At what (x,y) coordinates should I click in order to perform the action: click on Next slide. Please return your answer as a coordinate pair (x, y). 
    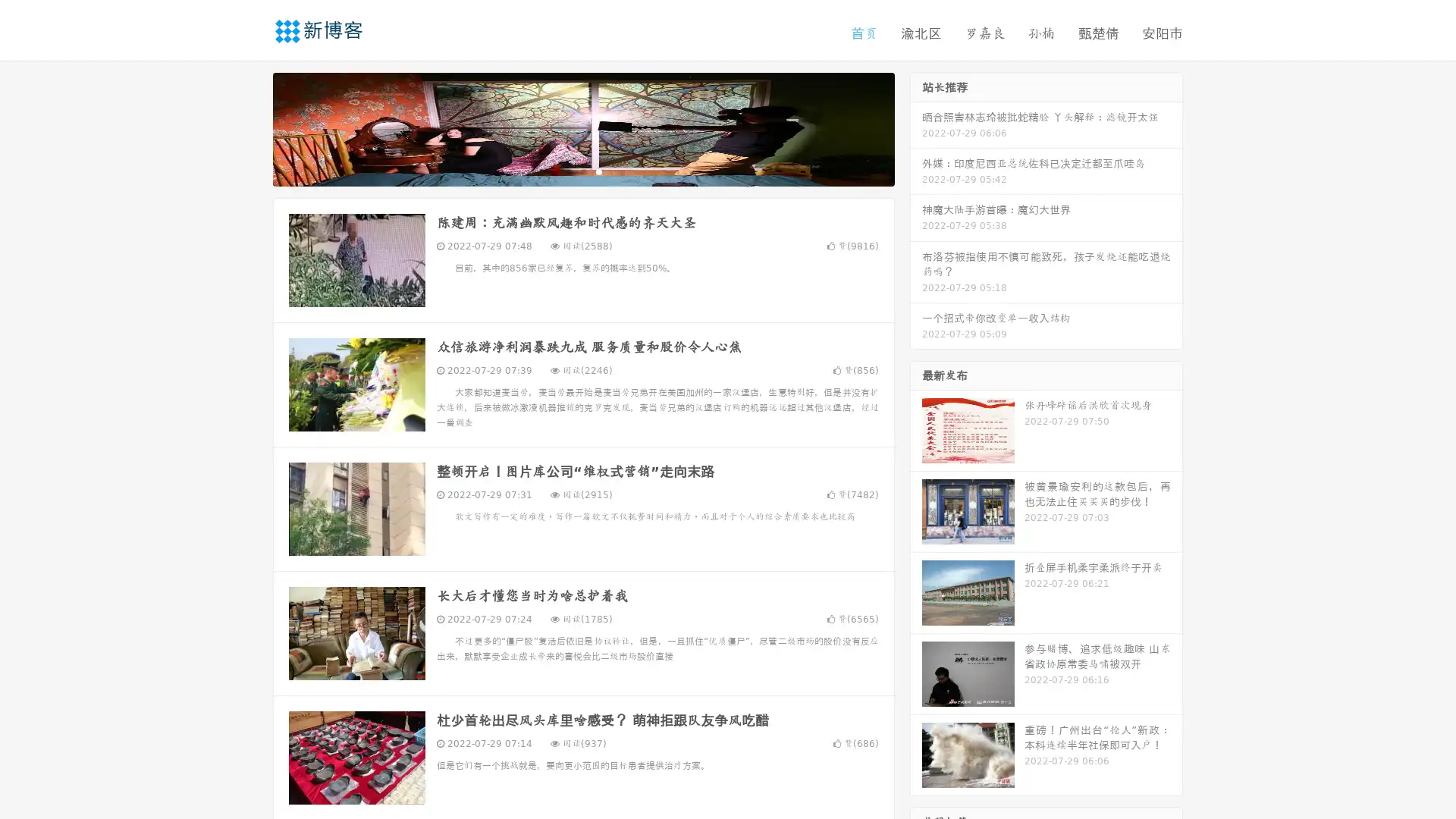
    Looking at the image, I should click on (916, 127).